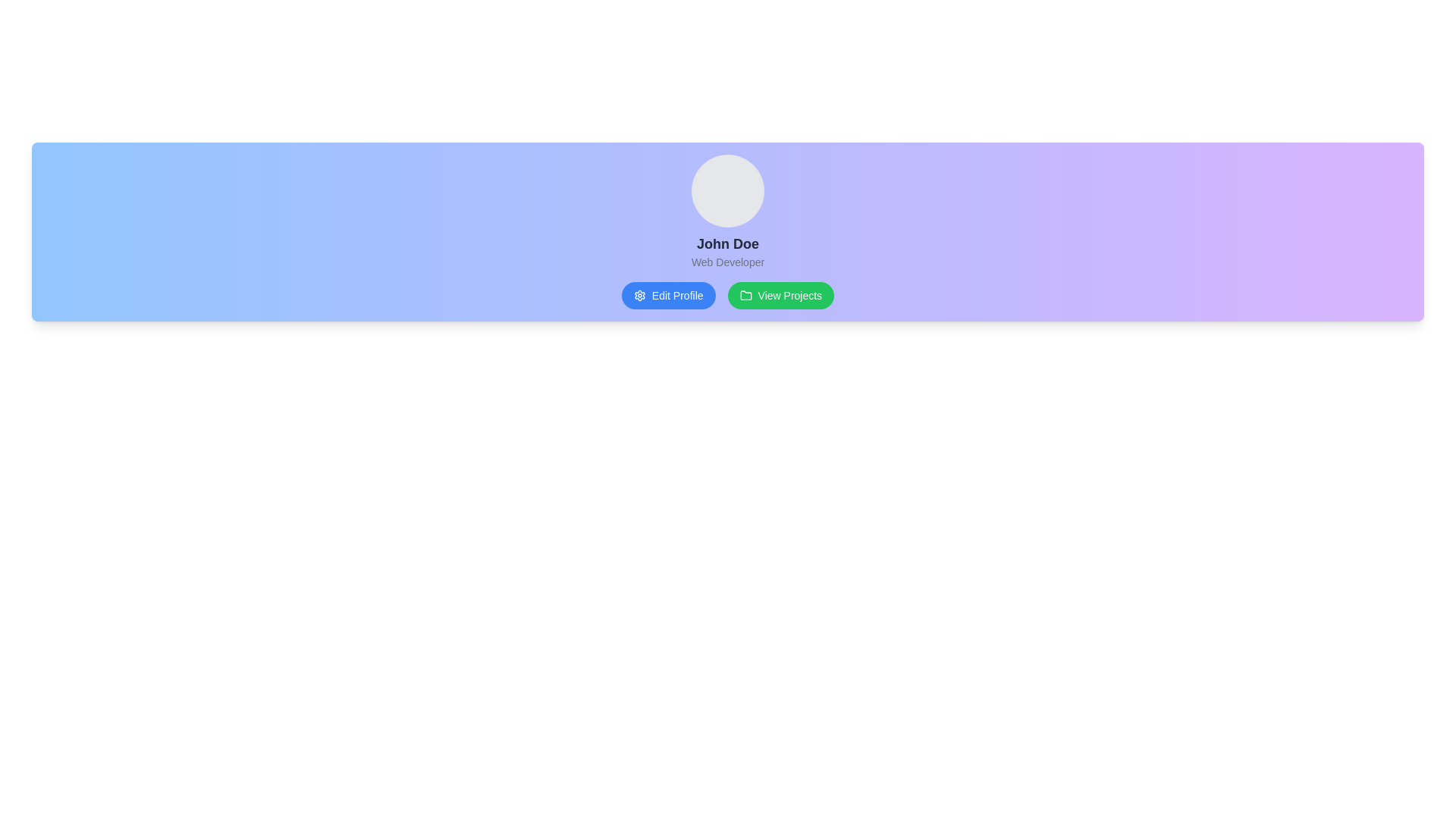 The image size is (1456, 819). Describe the element at coordinates (780, 295) in the screenshot. I see `the green button labeled 'View Projects' to observe its hover effect` at that location.